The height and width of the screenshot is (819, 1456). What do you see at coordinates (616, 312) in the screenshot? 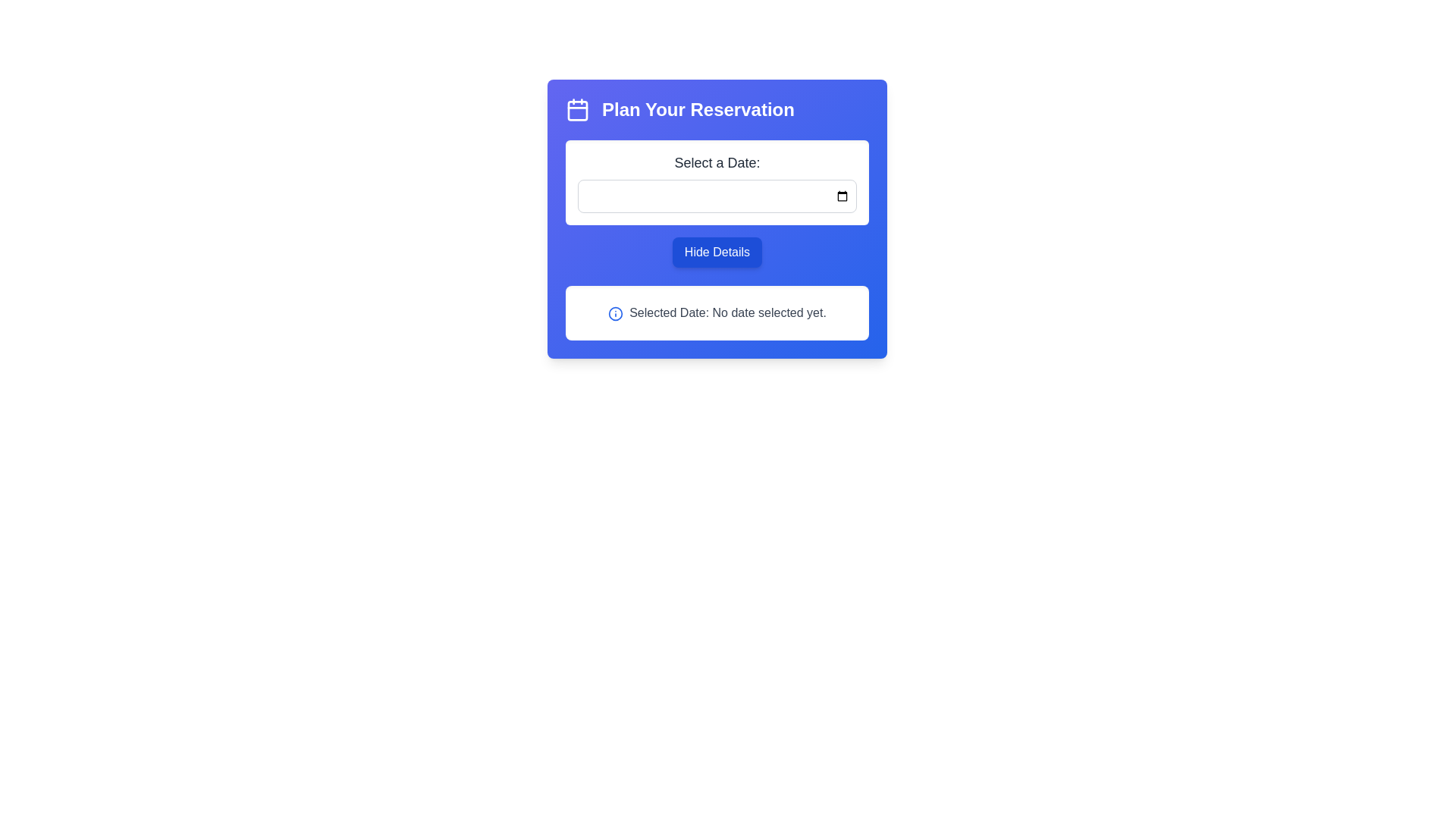
I see `the decorative icon or symbol (SVG) located at the left edge of the card, preceding the notification text 'Selected Date: No date selected yet.'` at bounding box center [616, 312].